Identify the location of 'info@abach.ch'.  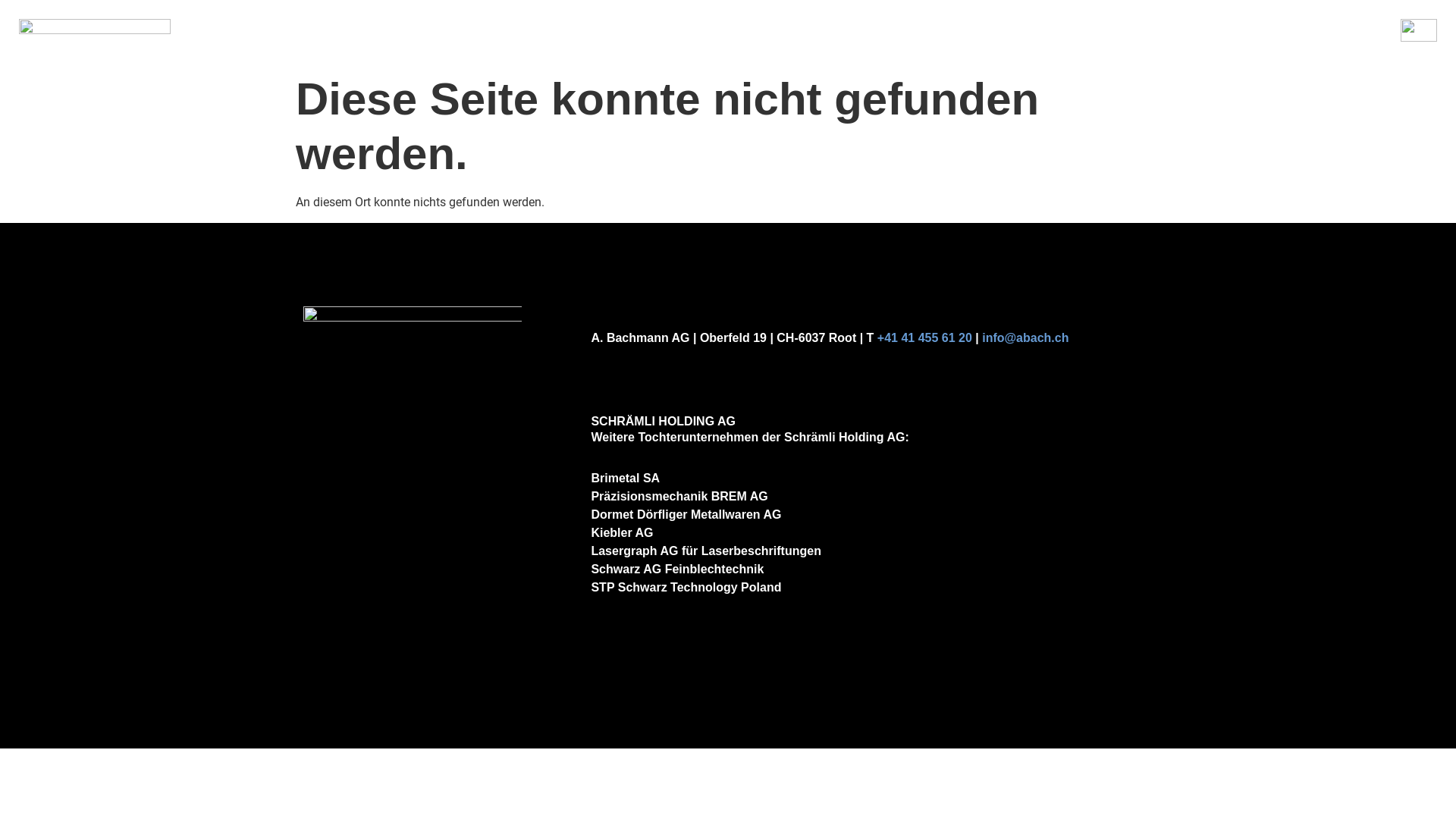
(1025, 337).